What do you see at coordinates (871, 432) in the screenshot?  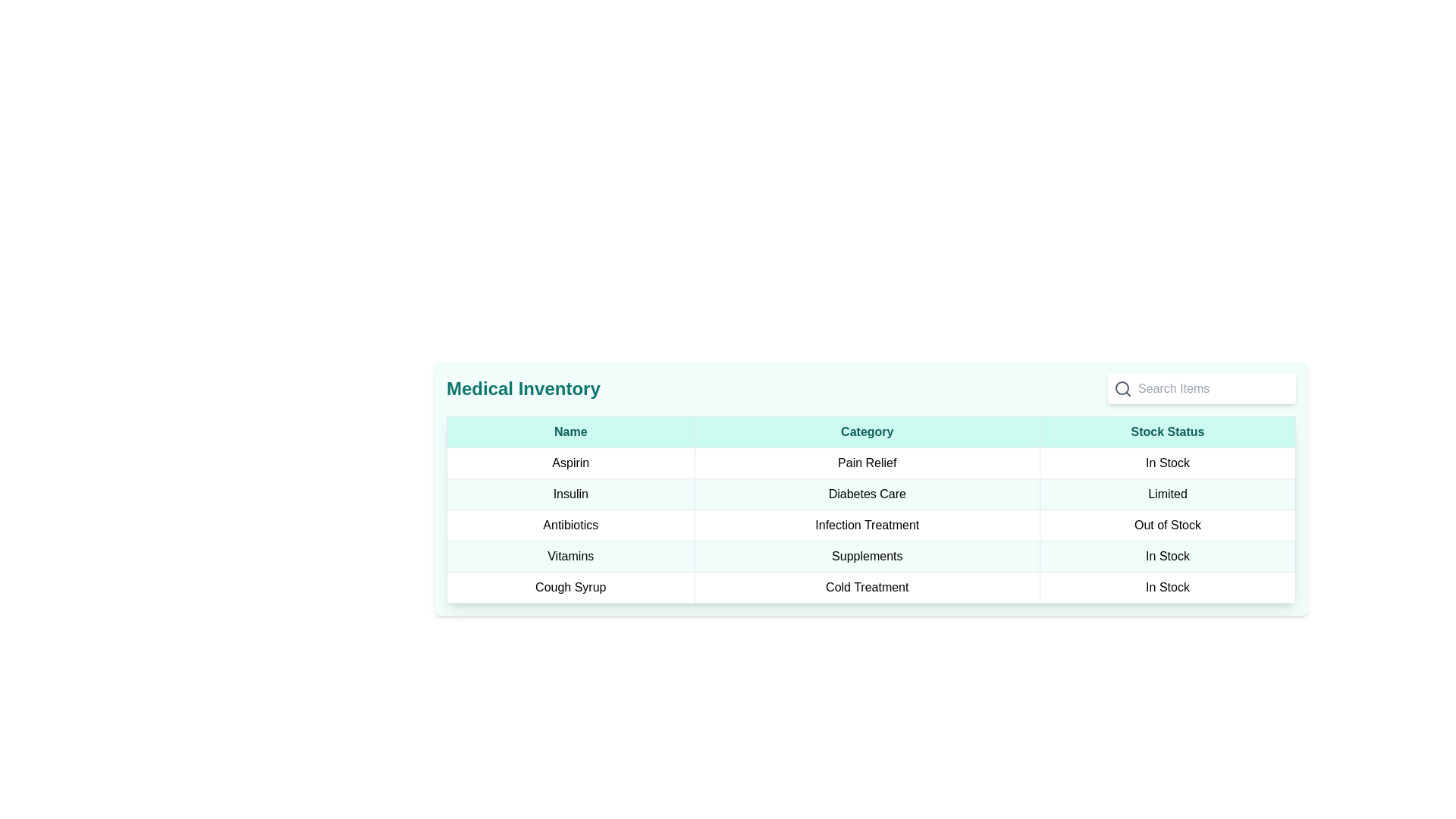 I see `text in the Table Header Row that organizes content into 'Name', 'Category', and 'Stock Status', located just below the 'Medical Inventory' title` at bounding box center [871, 432].